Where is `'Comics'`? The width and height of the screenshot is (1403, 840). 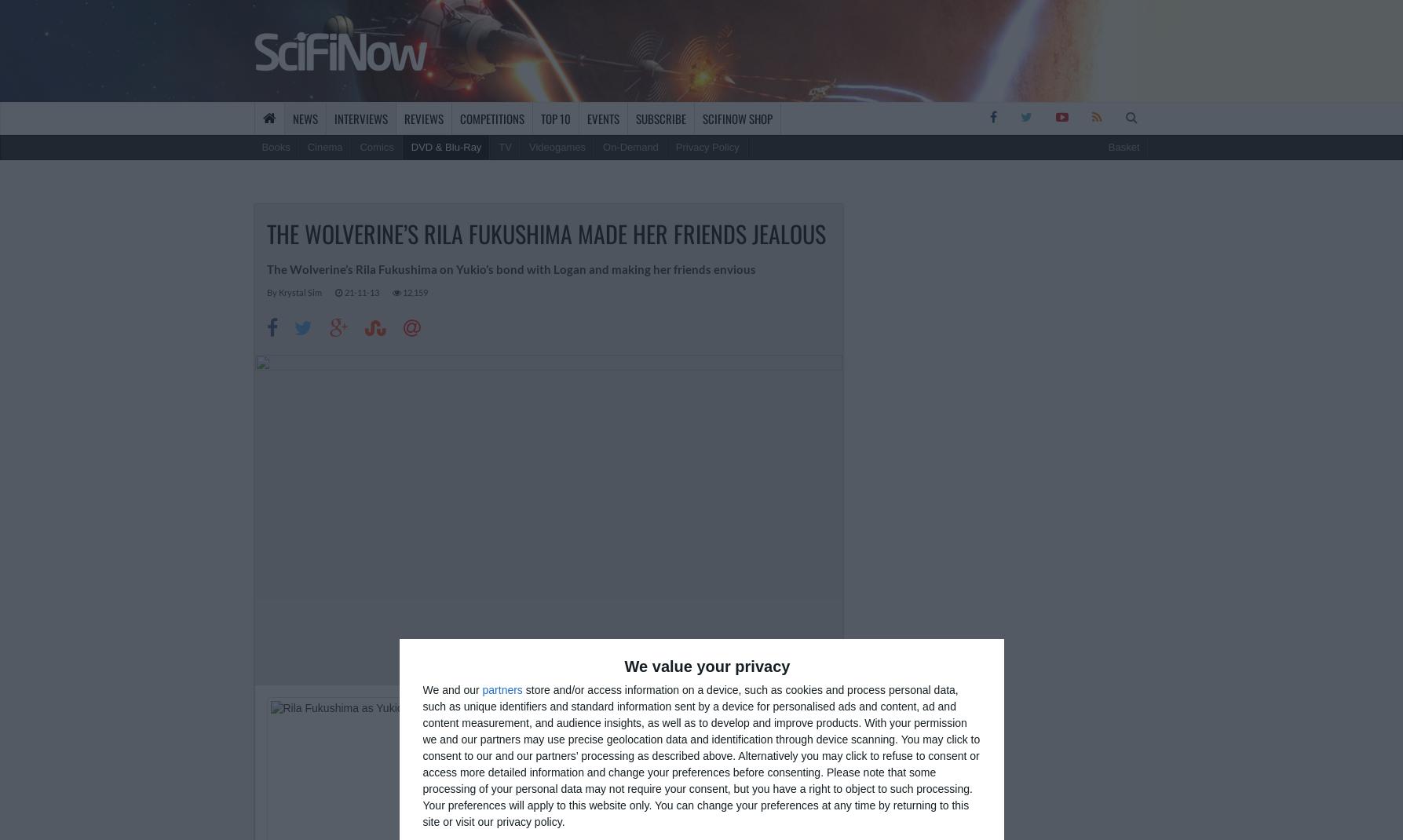 'Comics' is located at coordinates (376, 146).